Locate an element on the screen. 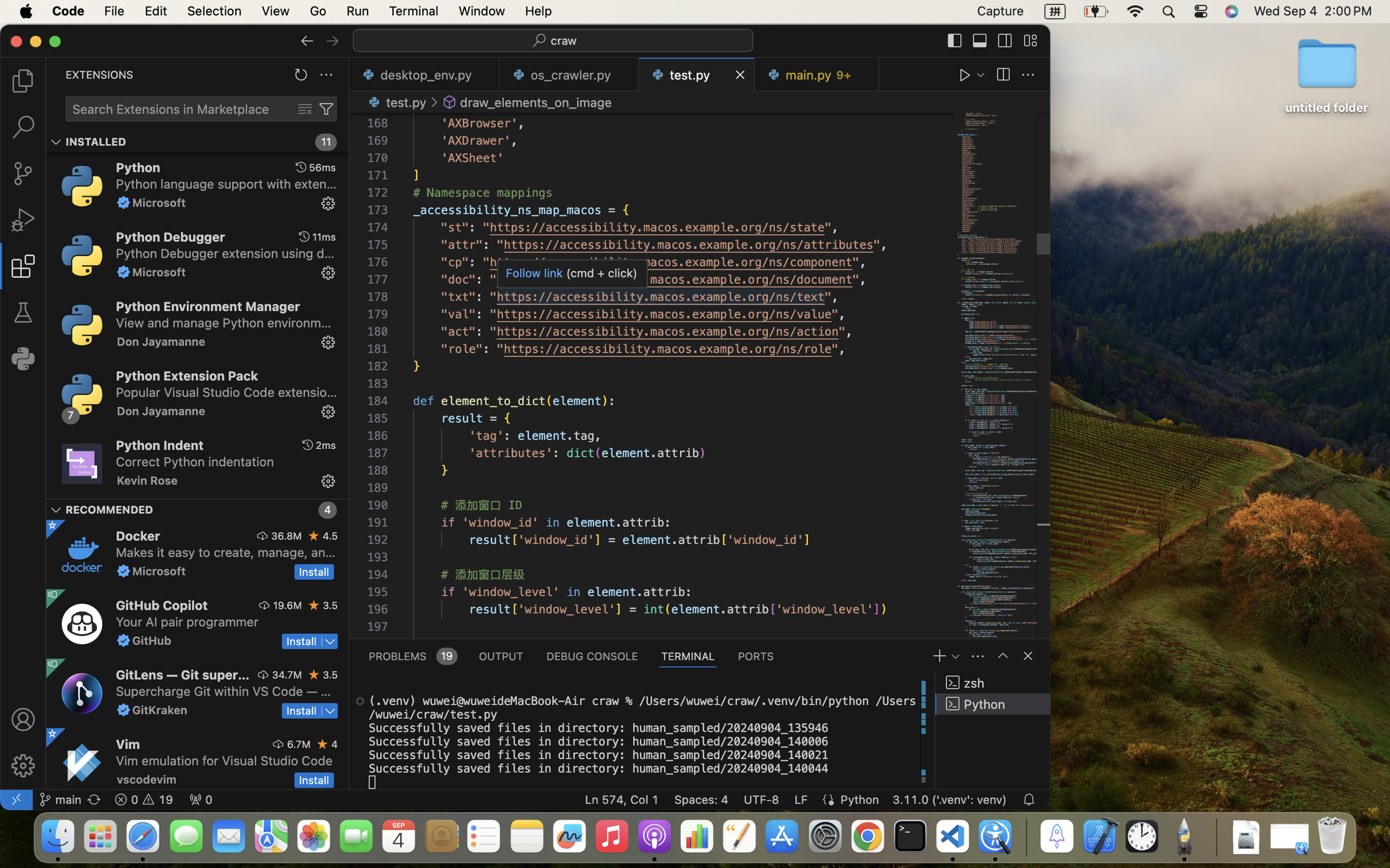 This screenshot has height=868, width=1390. '' is located at coordinates (22, 312).